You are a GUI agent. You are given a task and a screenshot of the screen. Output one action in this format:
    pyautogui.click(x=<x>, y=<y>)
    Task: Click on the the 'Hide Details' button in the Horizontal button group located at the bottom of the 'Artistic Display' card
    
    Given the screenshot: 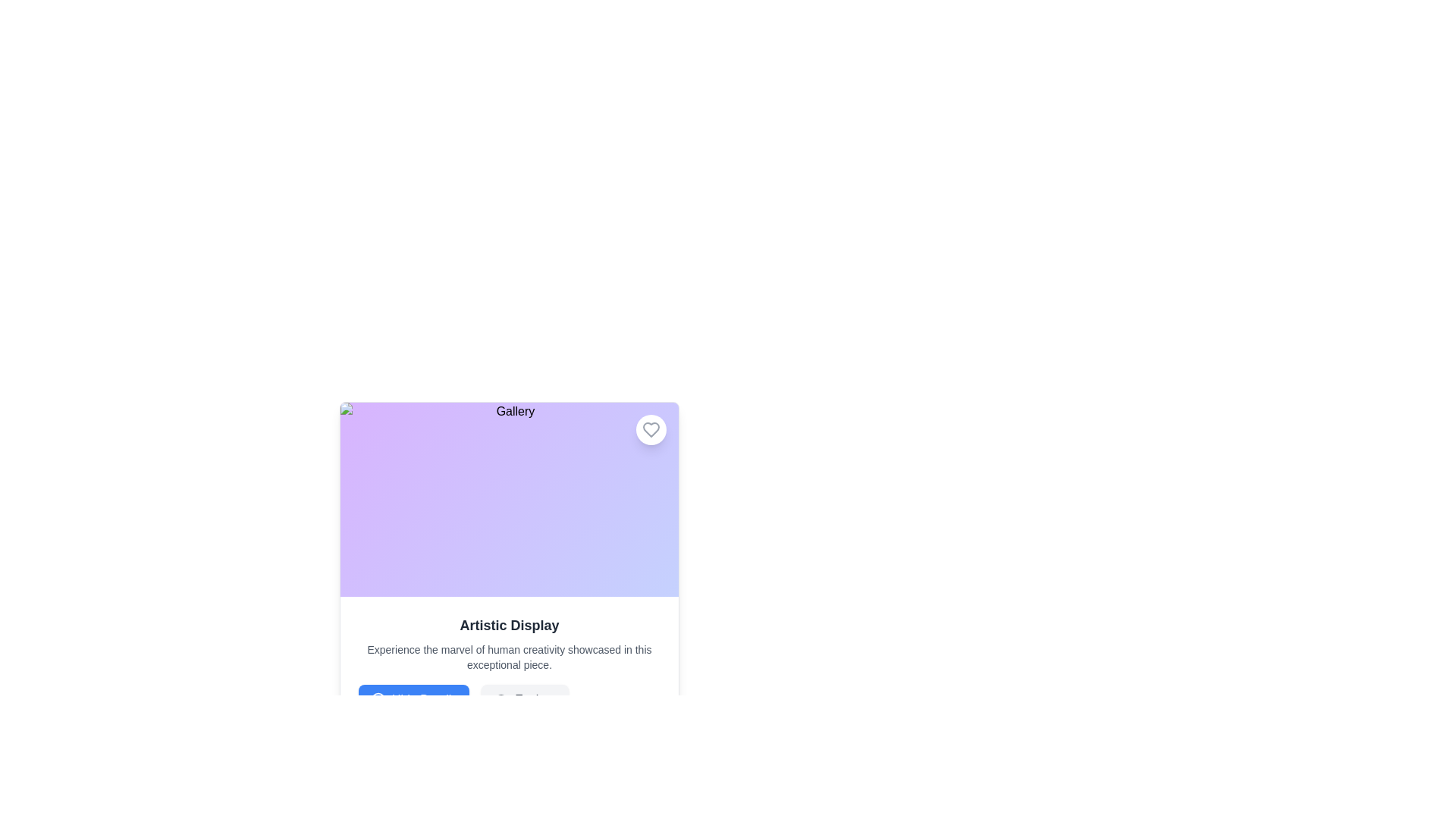 What is the action you would take?
    pyautogui.click(x=510, y=699)
    